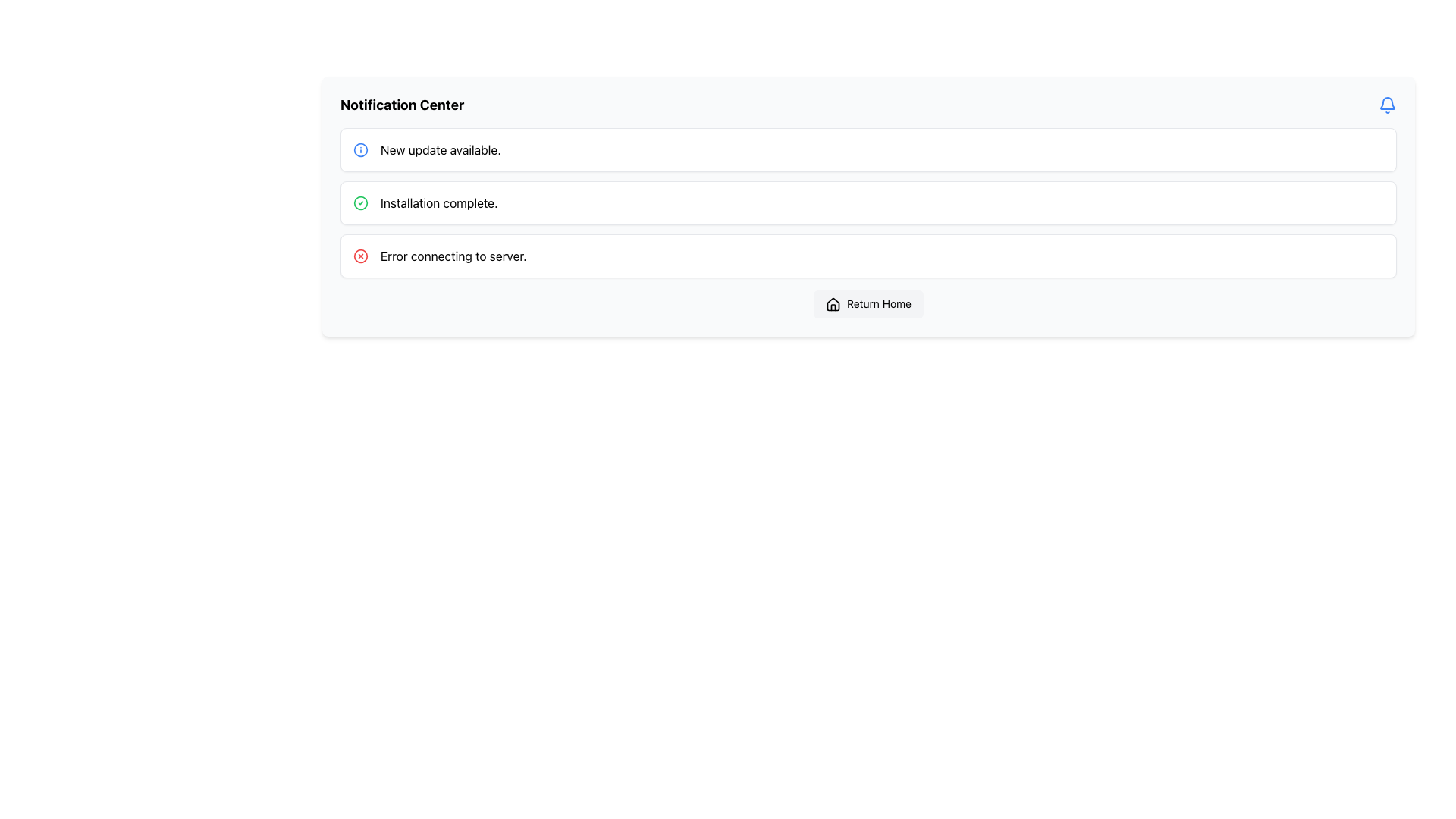 This screenshot has width=1456, height=819. I want to click on the 'Return Home' button with a light gray background and home-shaped icon, located at the center of the notification card, so click(868, 304).